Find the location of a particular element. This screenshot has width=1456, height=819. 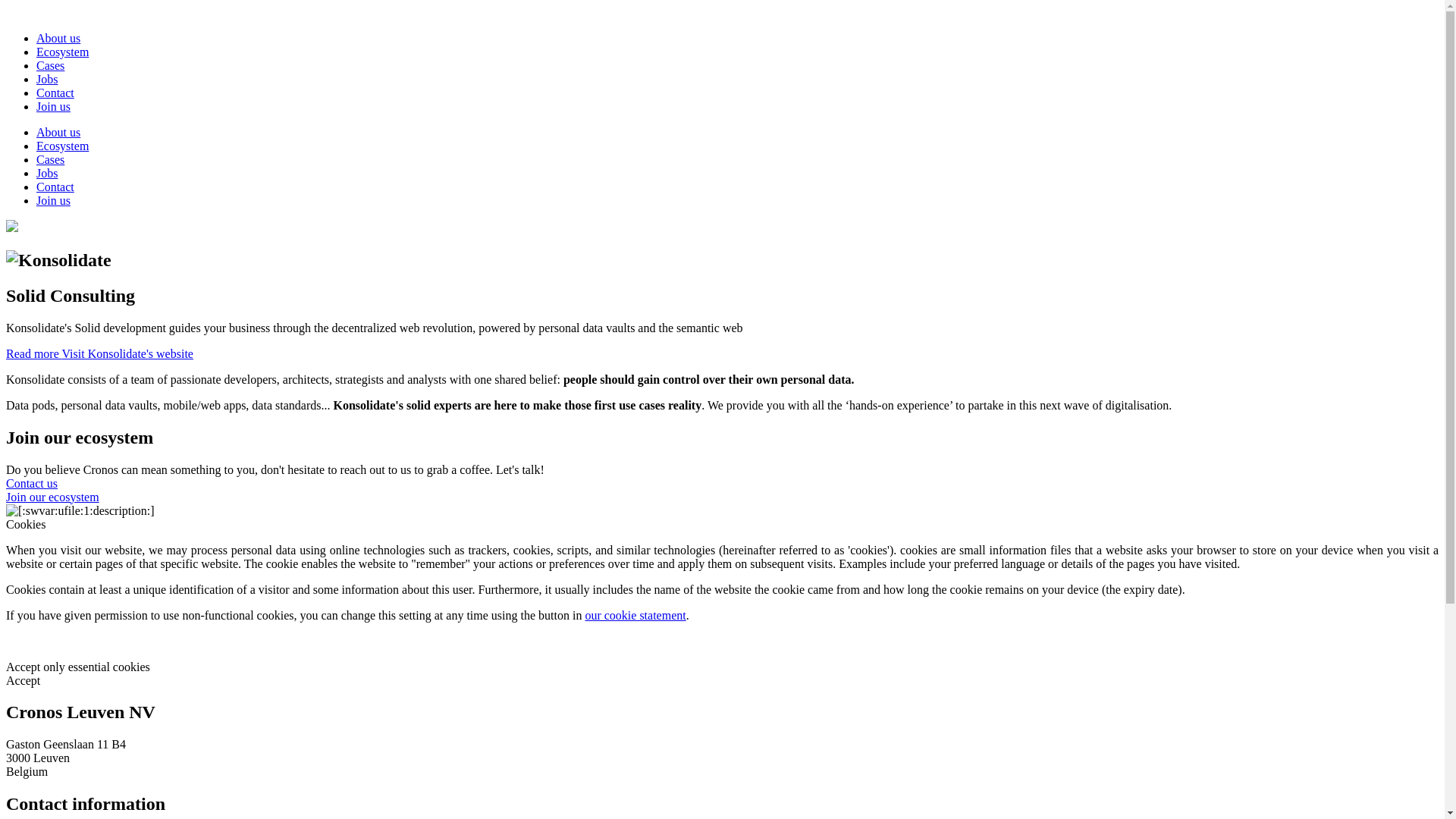

'Ecosystem' is located at coordinates (61, 146).